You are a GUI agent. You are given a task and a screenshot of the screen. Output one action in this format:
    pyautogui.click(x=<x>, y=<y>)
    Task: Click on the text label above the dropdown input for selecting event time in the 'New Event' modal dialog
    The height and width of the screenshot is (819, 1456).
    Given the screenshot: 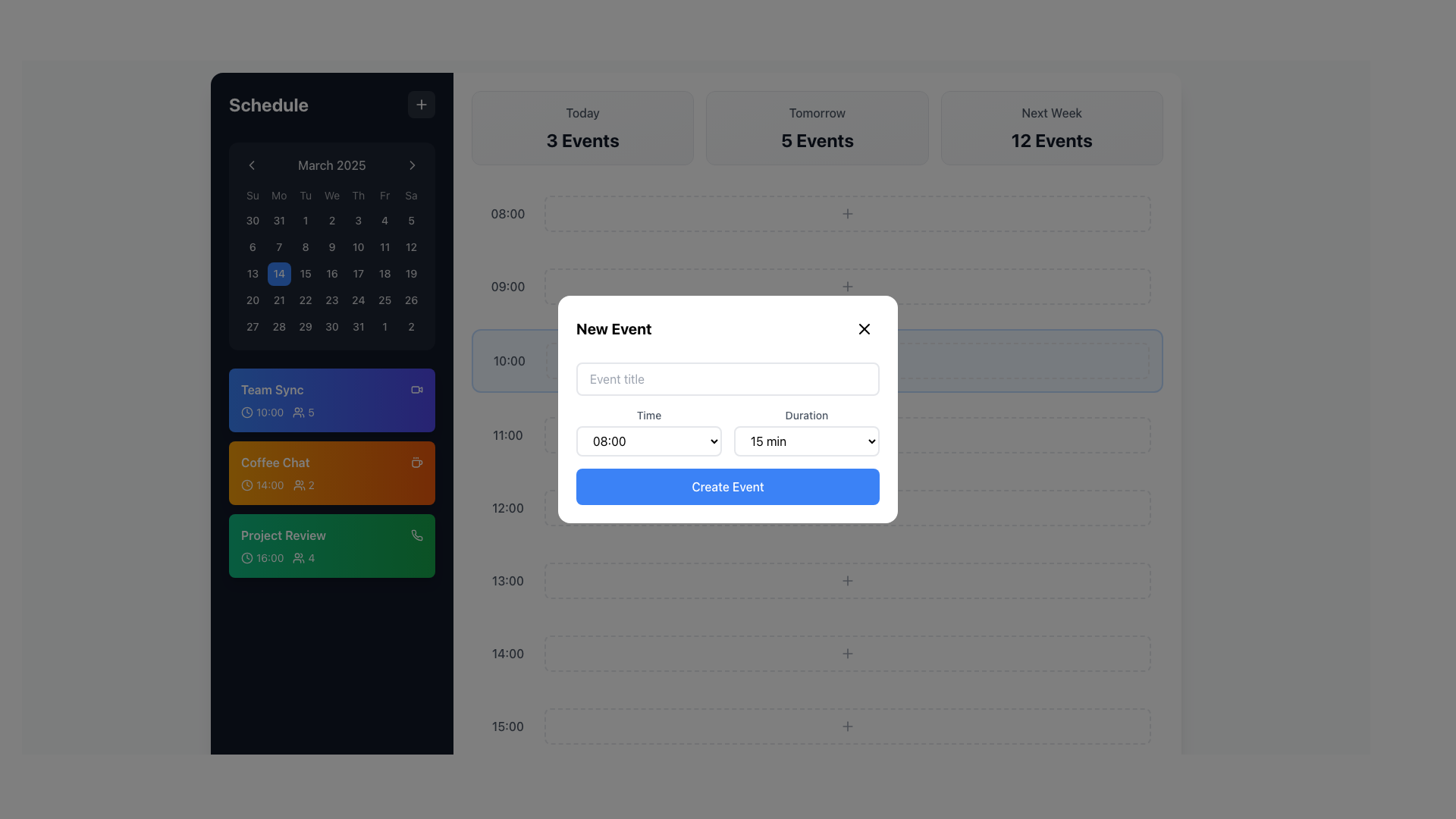 What is the action you would take?
    pyautogui.click(x=648, y=415)
    